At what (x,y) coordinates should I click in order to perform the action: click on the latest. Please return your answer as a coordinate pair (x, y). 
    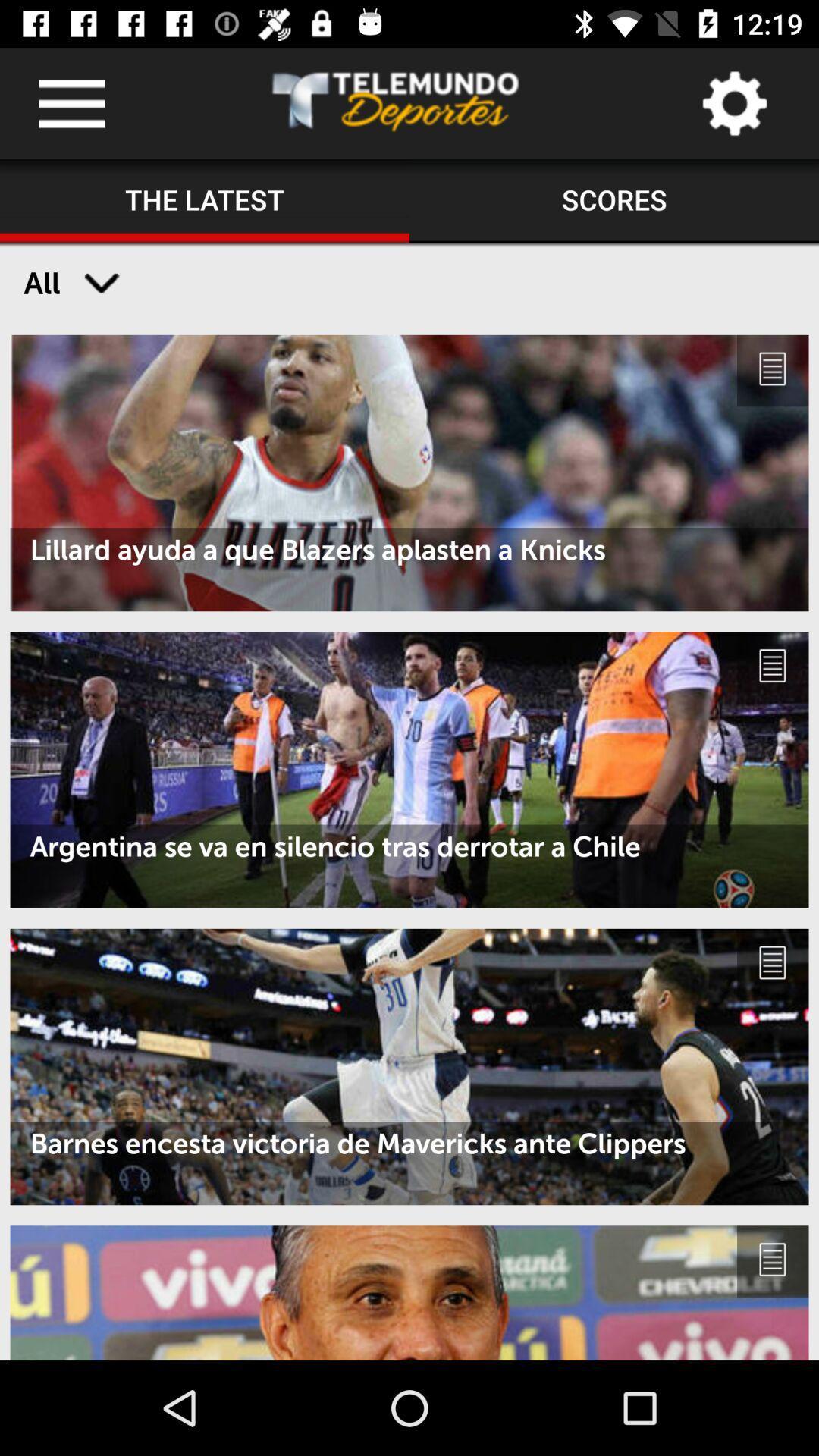
    Looking at the image, I should click on (205, 200).